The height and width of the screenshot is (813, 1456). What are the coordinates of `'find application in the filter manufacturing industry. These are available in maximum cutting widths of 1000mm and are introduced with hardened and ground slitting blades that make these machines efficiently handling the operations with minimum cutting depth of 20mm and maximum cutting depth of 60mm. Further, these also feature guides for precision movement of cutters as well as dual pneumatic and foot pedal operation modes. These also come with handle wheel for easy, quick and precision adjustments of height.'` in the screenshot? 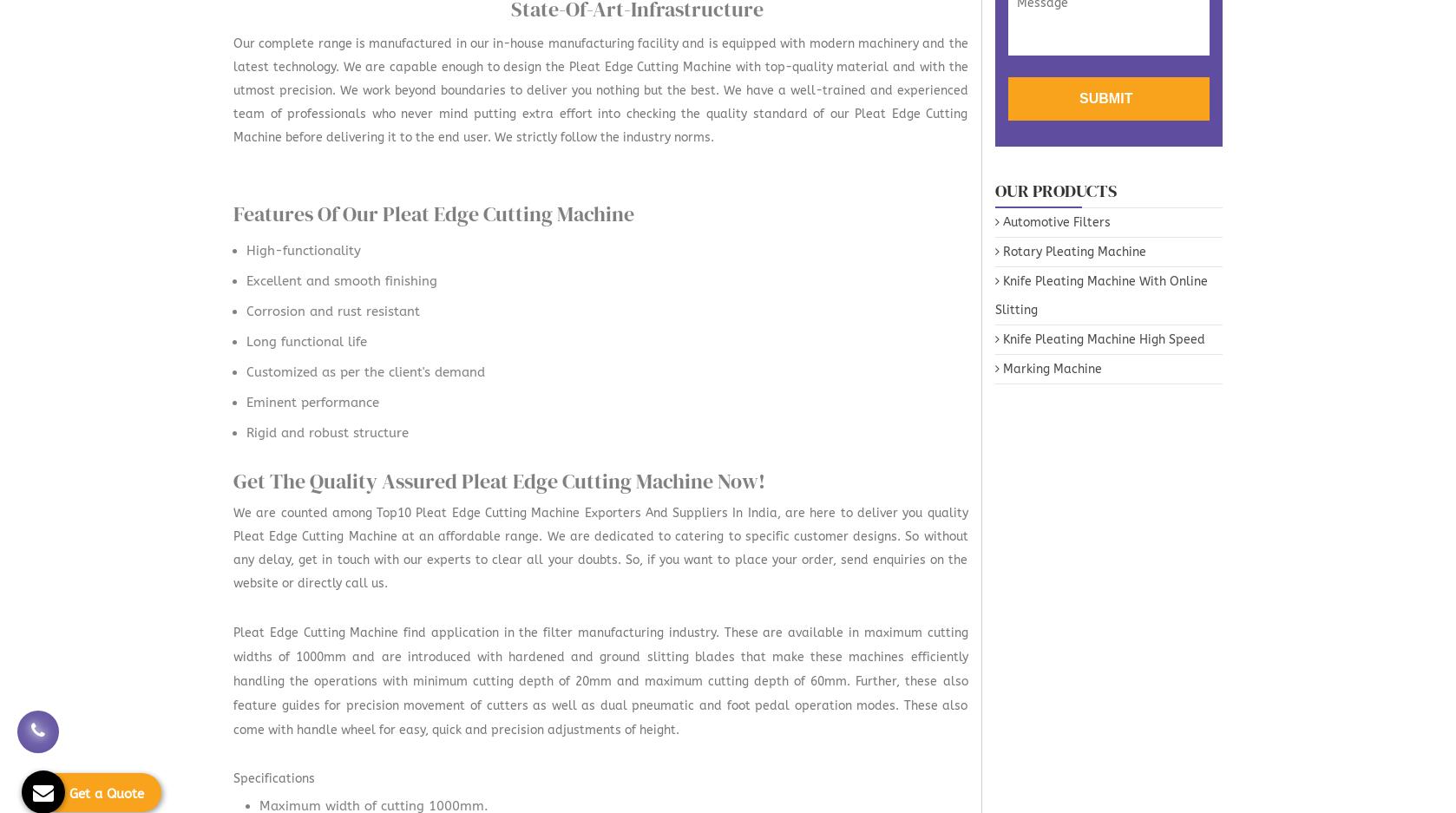 It's located at (600, 681).